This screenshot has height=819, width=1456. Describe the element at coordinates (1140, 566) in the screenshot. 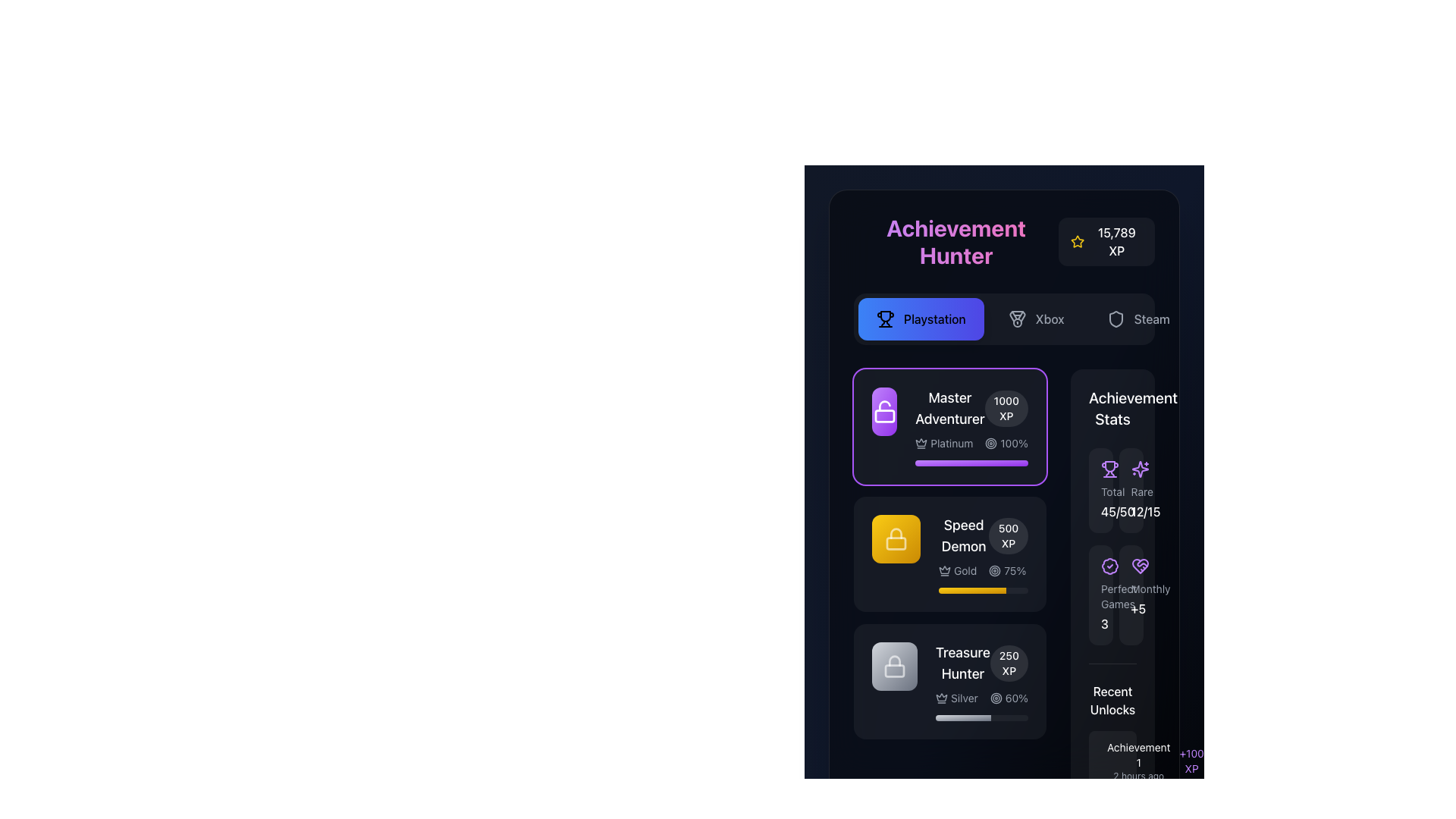

I see `the hand-heart motif icon representing collaboration in the 'Master Adventurer' achievement section on the left-most side of the interface` at that location.